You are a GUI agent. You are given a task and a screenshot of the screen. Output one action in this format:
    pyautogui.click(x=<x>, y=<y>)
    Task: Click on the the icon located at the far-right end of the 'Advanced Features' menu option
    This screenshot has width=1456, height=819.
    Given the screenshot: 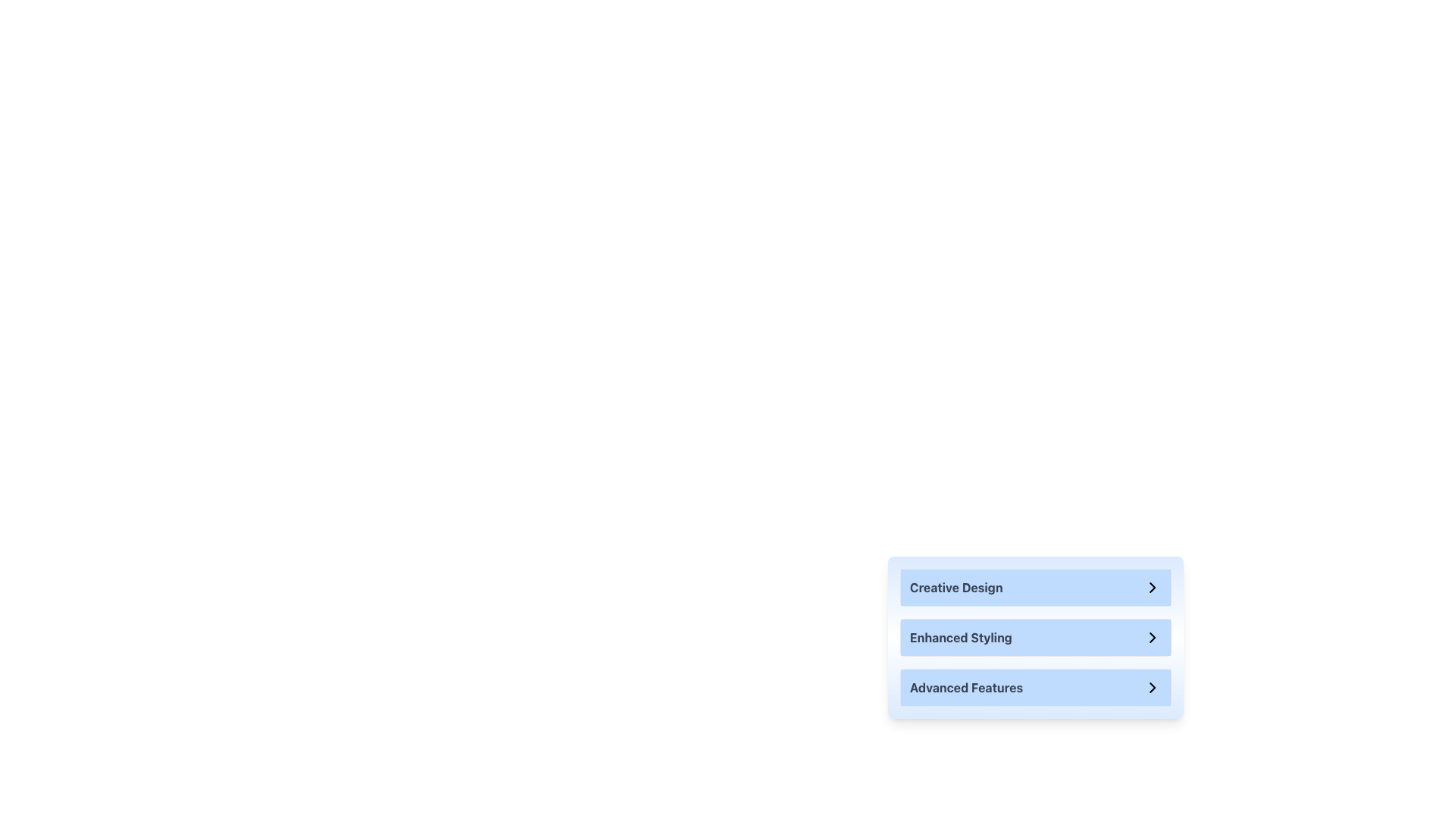 What is the action you would take?
    pyautogui.click(x=1153, y=687)
    